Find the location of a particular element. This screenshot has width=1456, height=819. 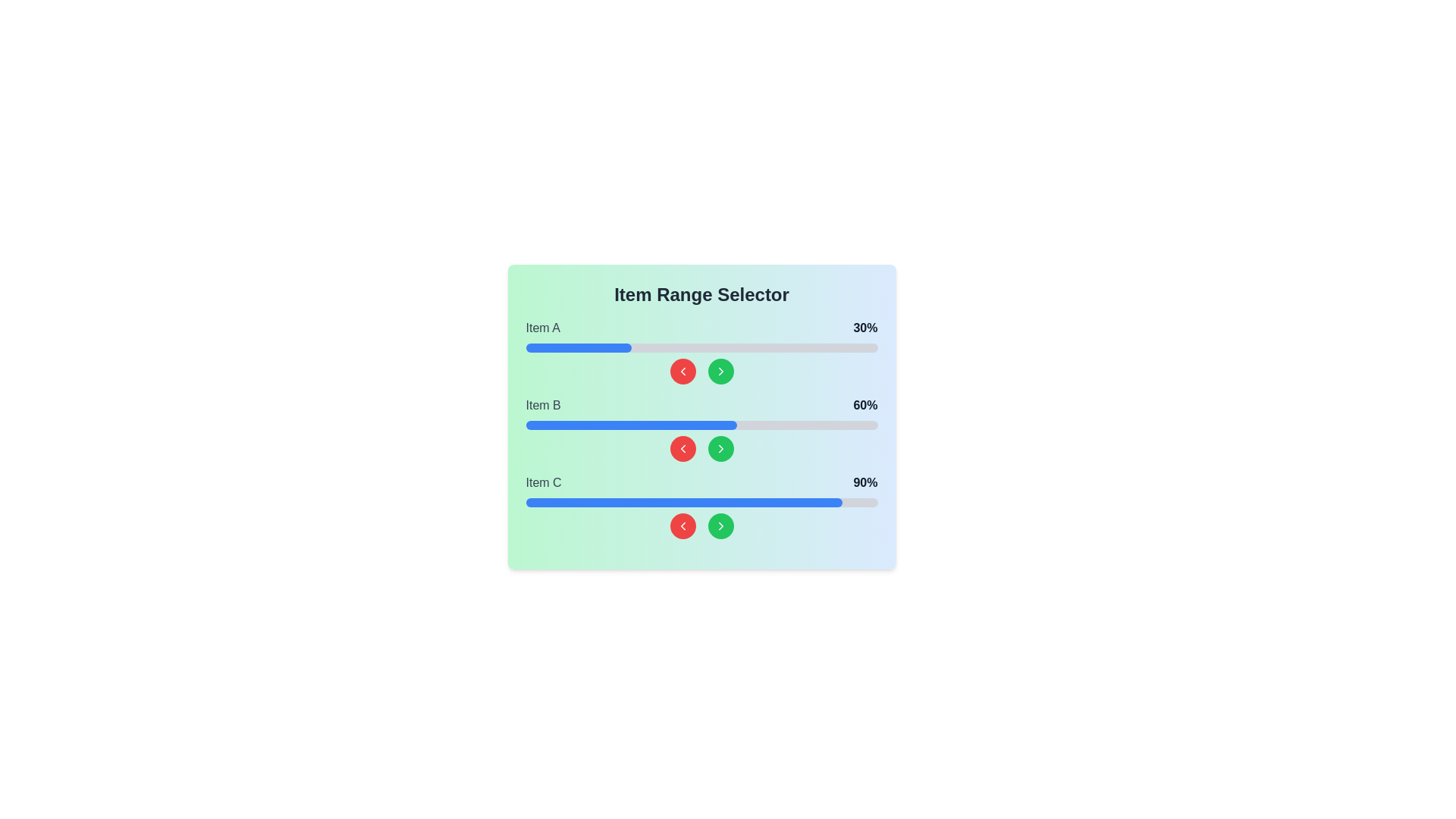

the small, circular green button with a white rightward-pointing arrow is located at coordinates (720, 371).